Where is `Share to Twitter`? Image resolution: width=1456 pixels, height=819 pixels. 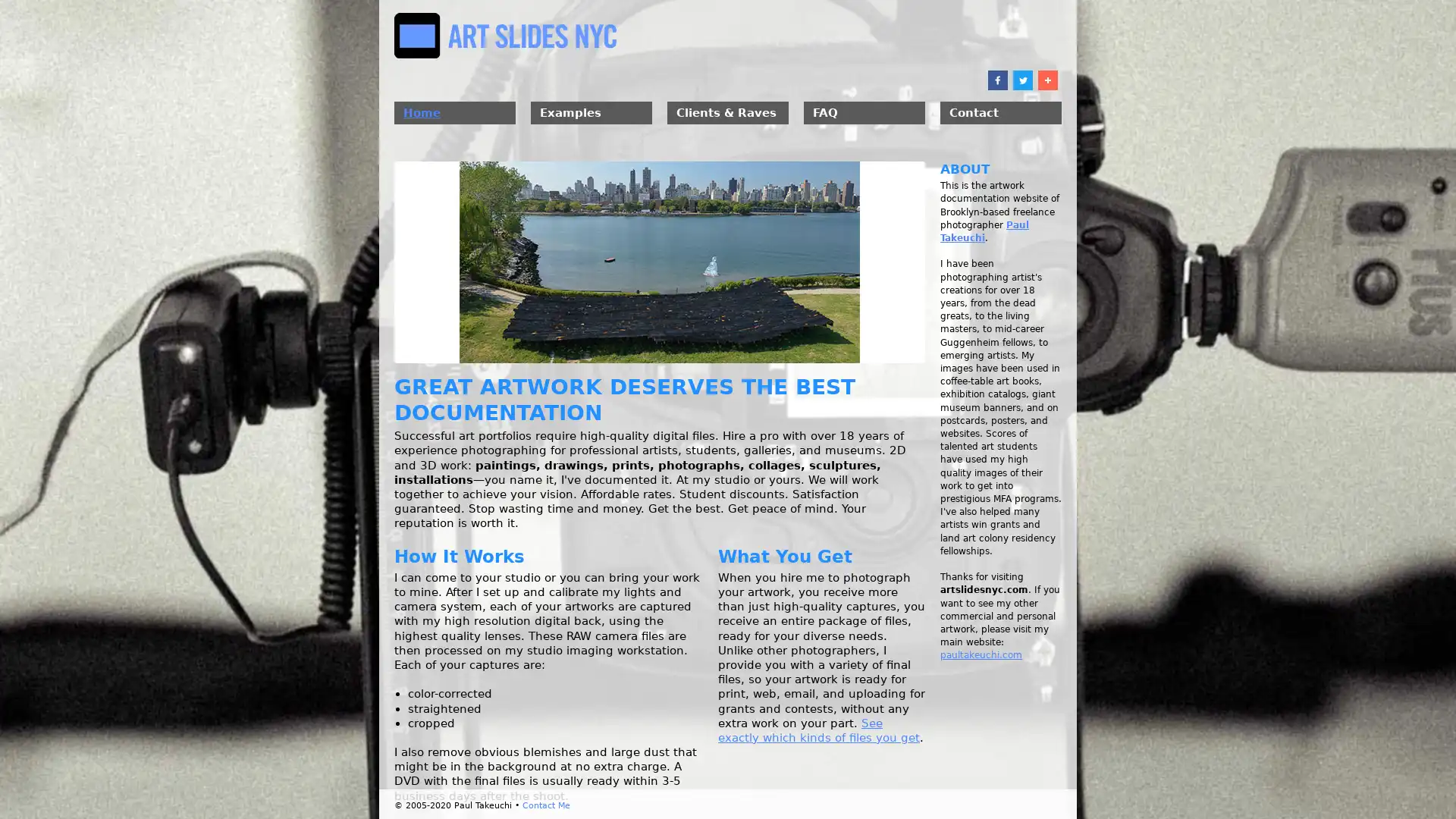
Share to Twitter is located at coordinates (1005, 79).